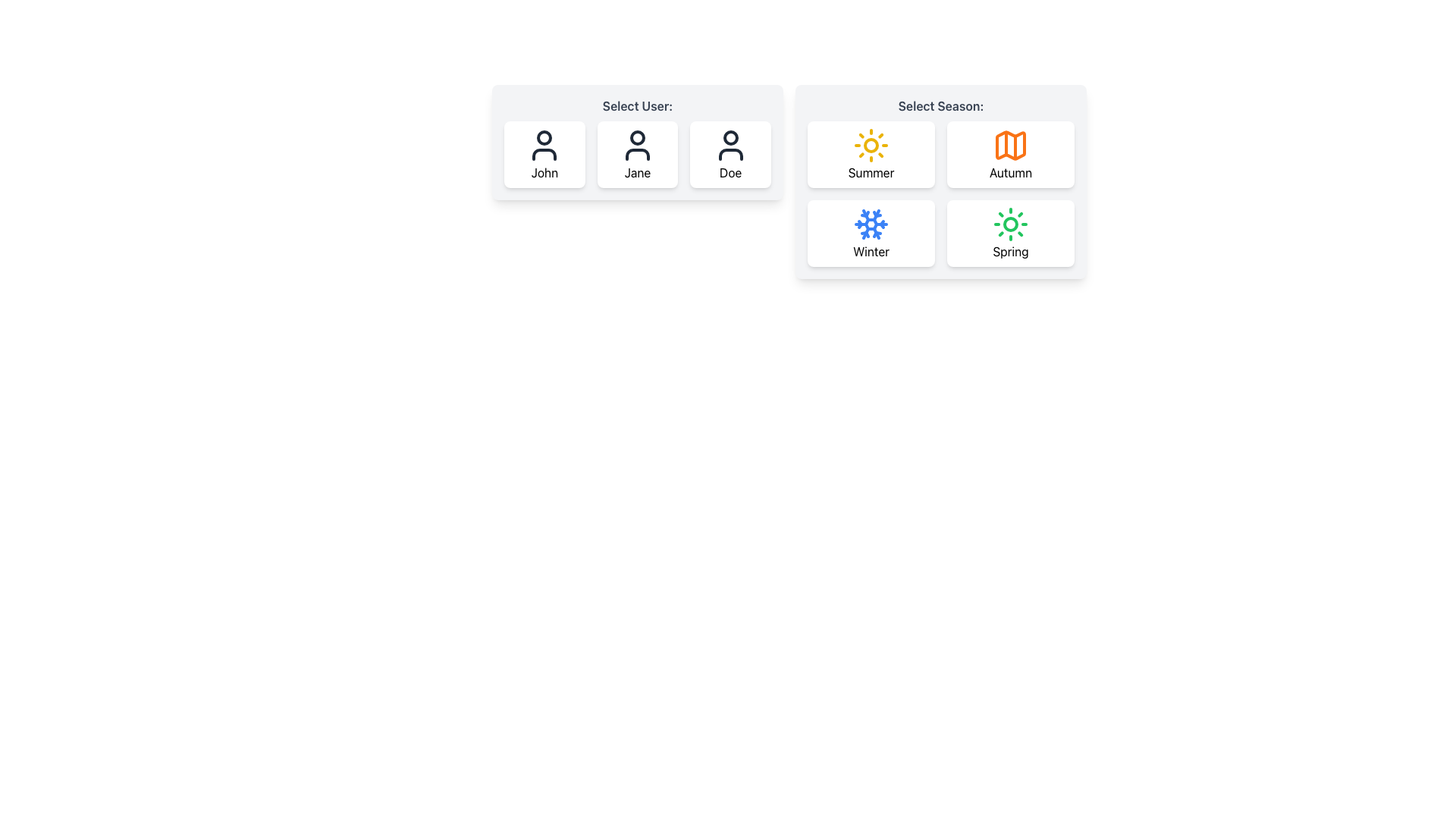  I want to click on the circular SVG element that serves as a visual marker within the 'Doe' user icon, located in the upper portion of the user selection row, so click(730, 137).